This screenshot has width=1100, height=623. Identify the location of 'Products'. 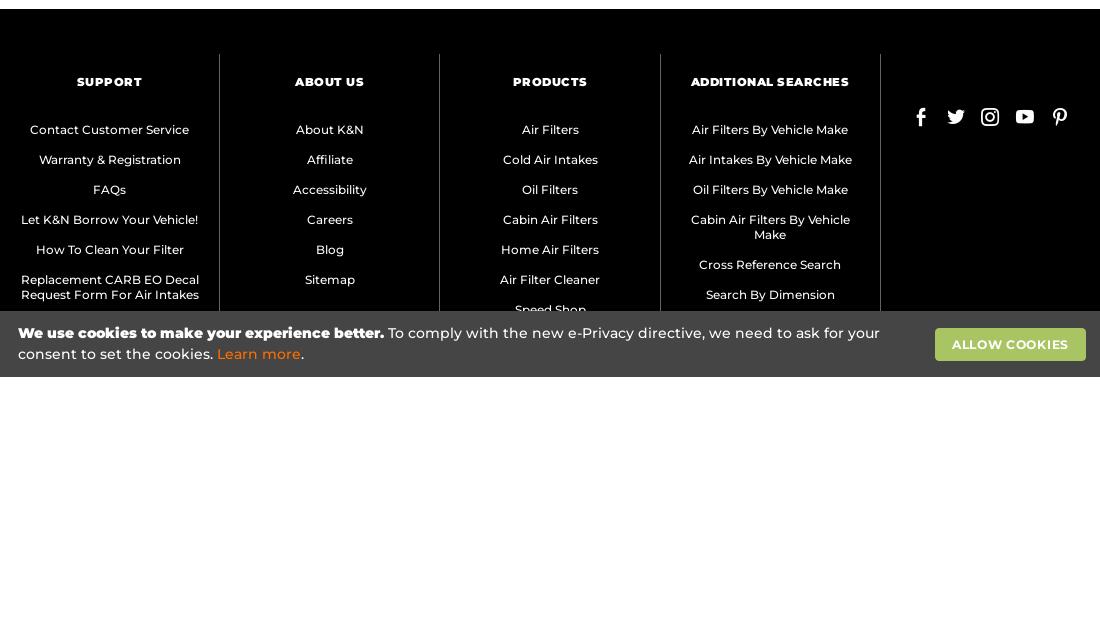
(549, 81).